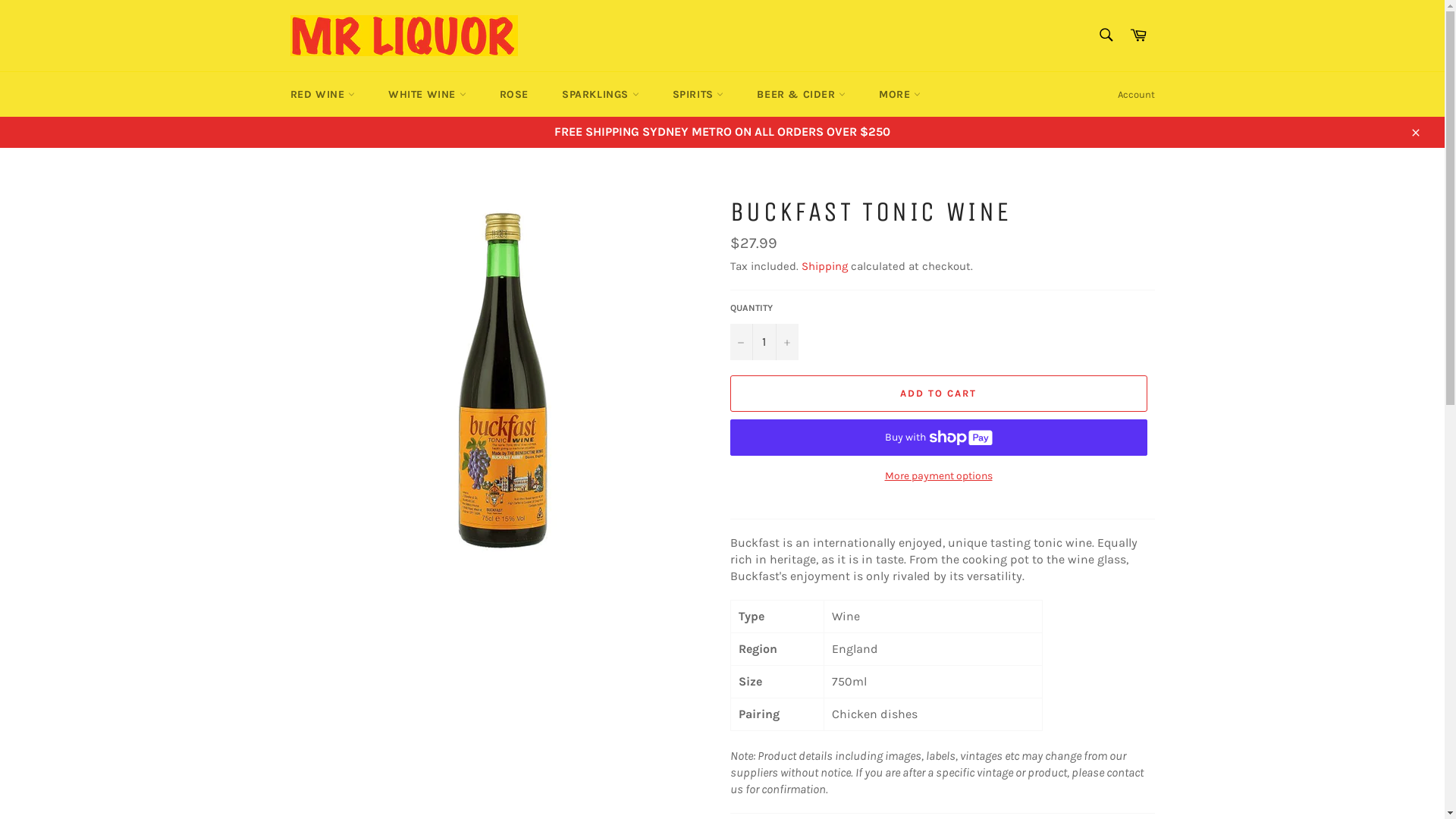  Describe the element at coordinates (823, 265) in the screenshot. I see `'Shipping'` at that location.